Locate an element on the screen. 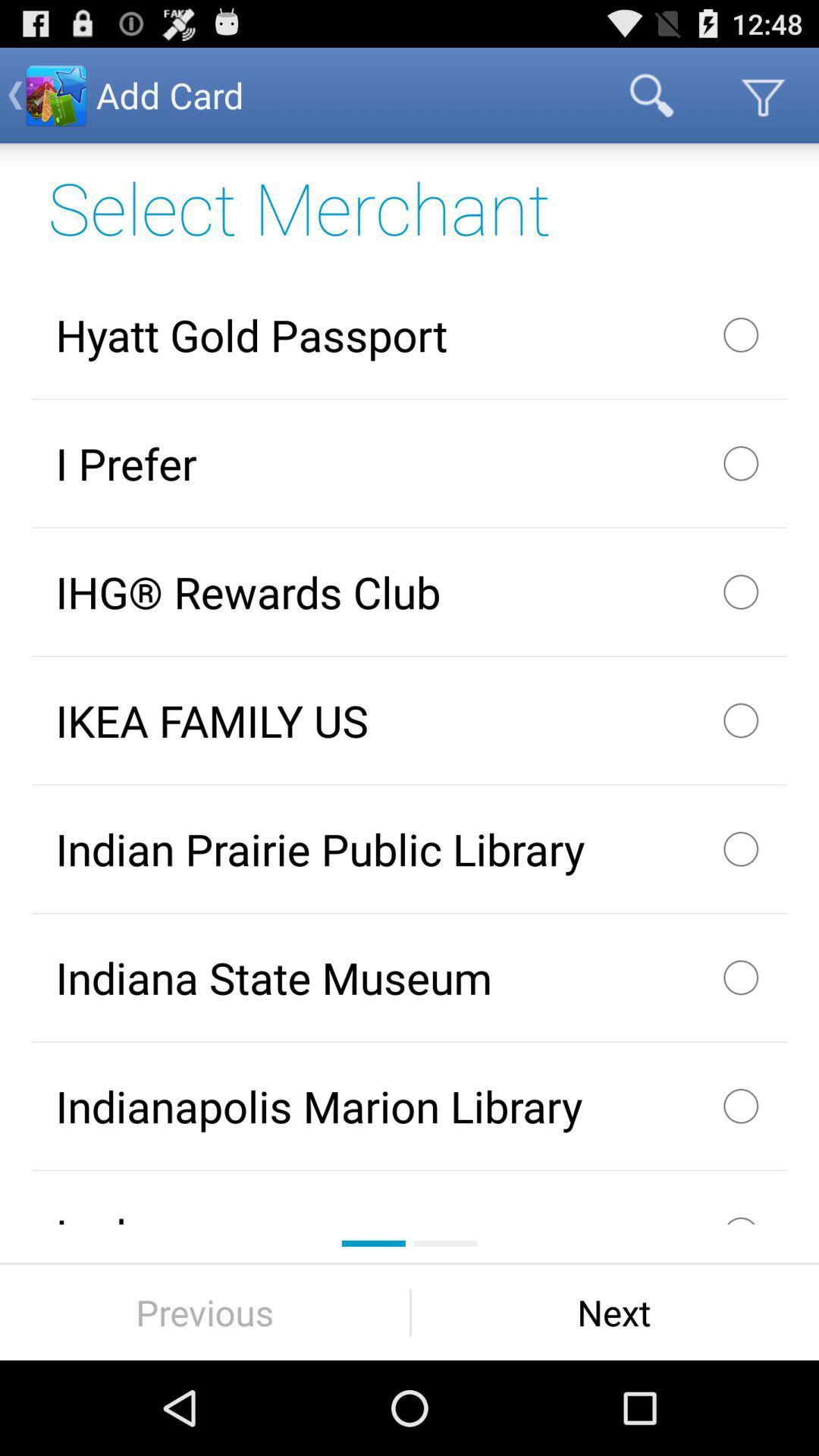 The image size is (819, 1456). the checkbox below the i prefer is located at coordinates (409, 591).